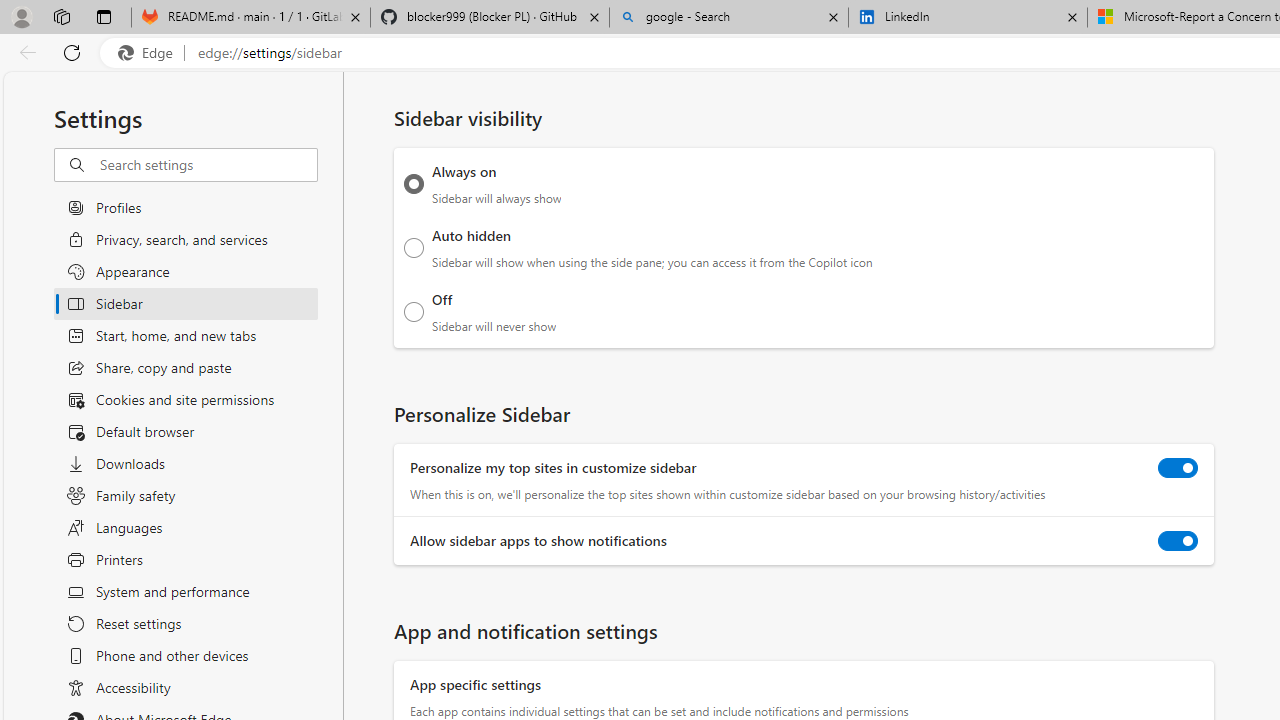 This screenshot has height=720, width=1280. I want to click on 'Search settings', so click(208, 164).